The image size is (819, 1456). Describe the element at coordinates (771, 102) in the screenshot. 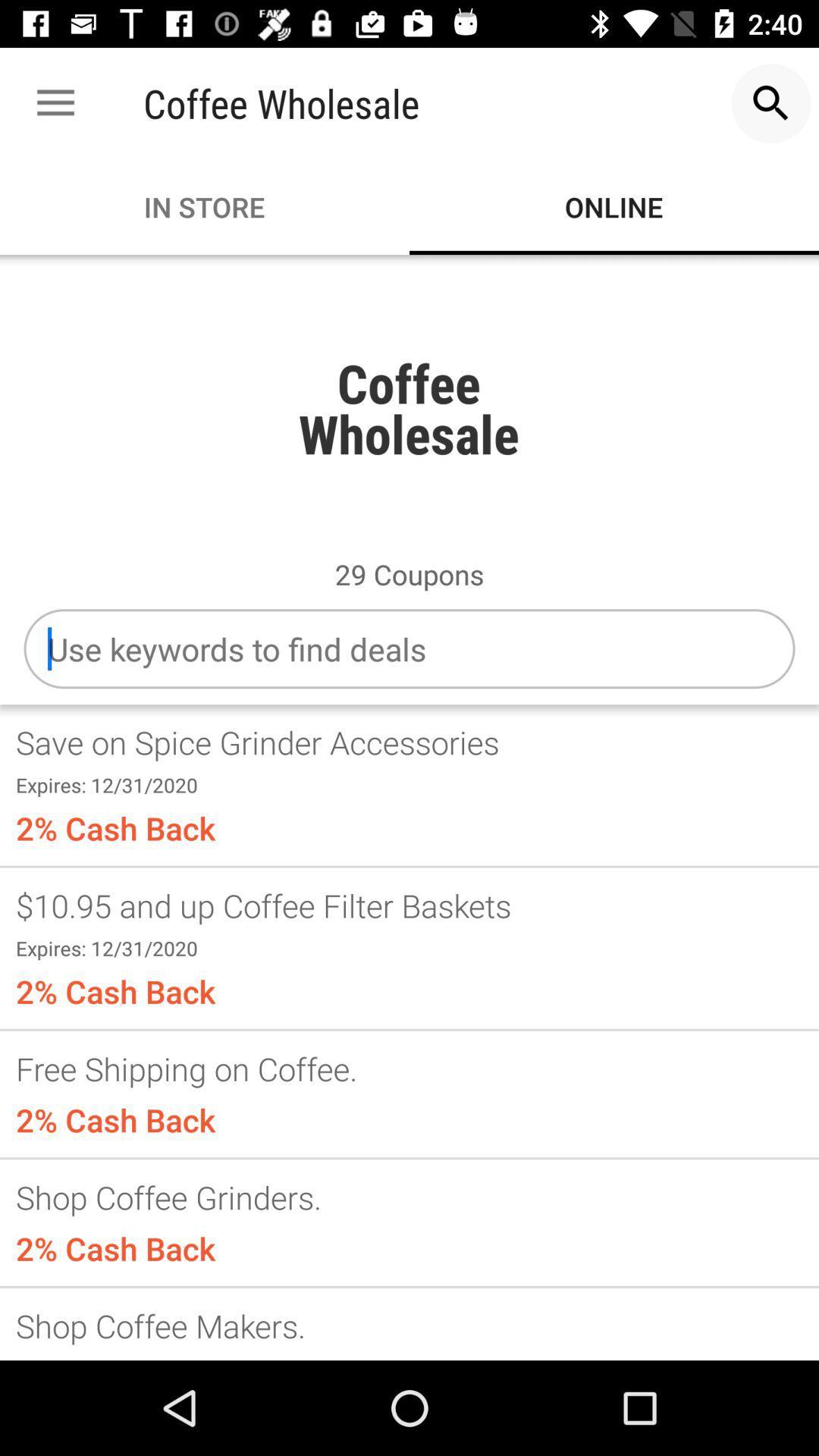

I see `the item to the right of coffee wholesale item` at that location.